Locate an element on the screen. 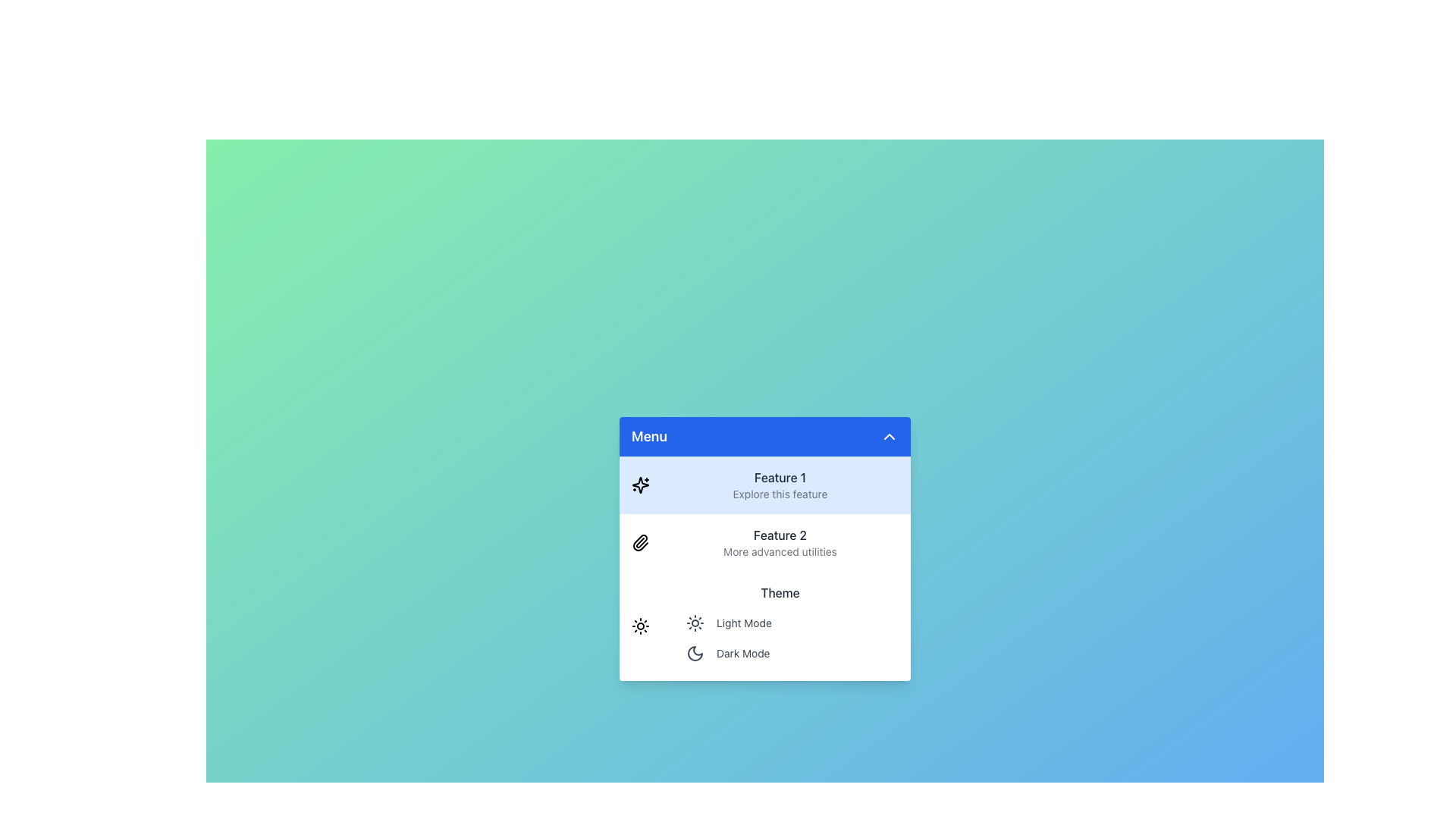 The width and height of the screenshot is (1456, 819). the selectable option to enable light mode within the 'Theme' section of the menu box, located above the 'Dark Mode' option is located at coordinates (789, 623).